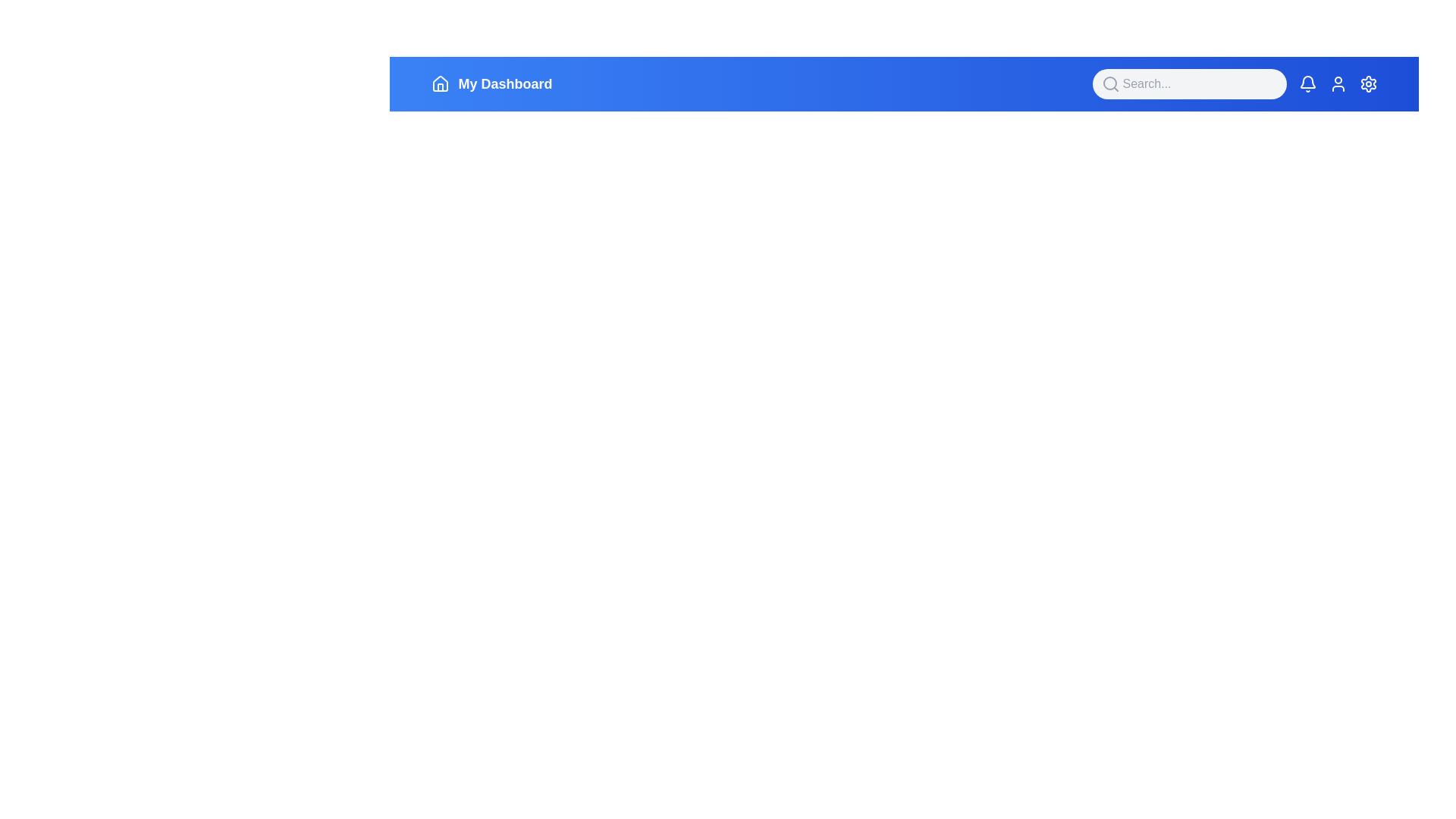 The height and width of the screenshot is (819, 1456). Describe the element at coordinates (439, 84) in the screenshot. I see `the Home icon in the navigation bar` at that location.